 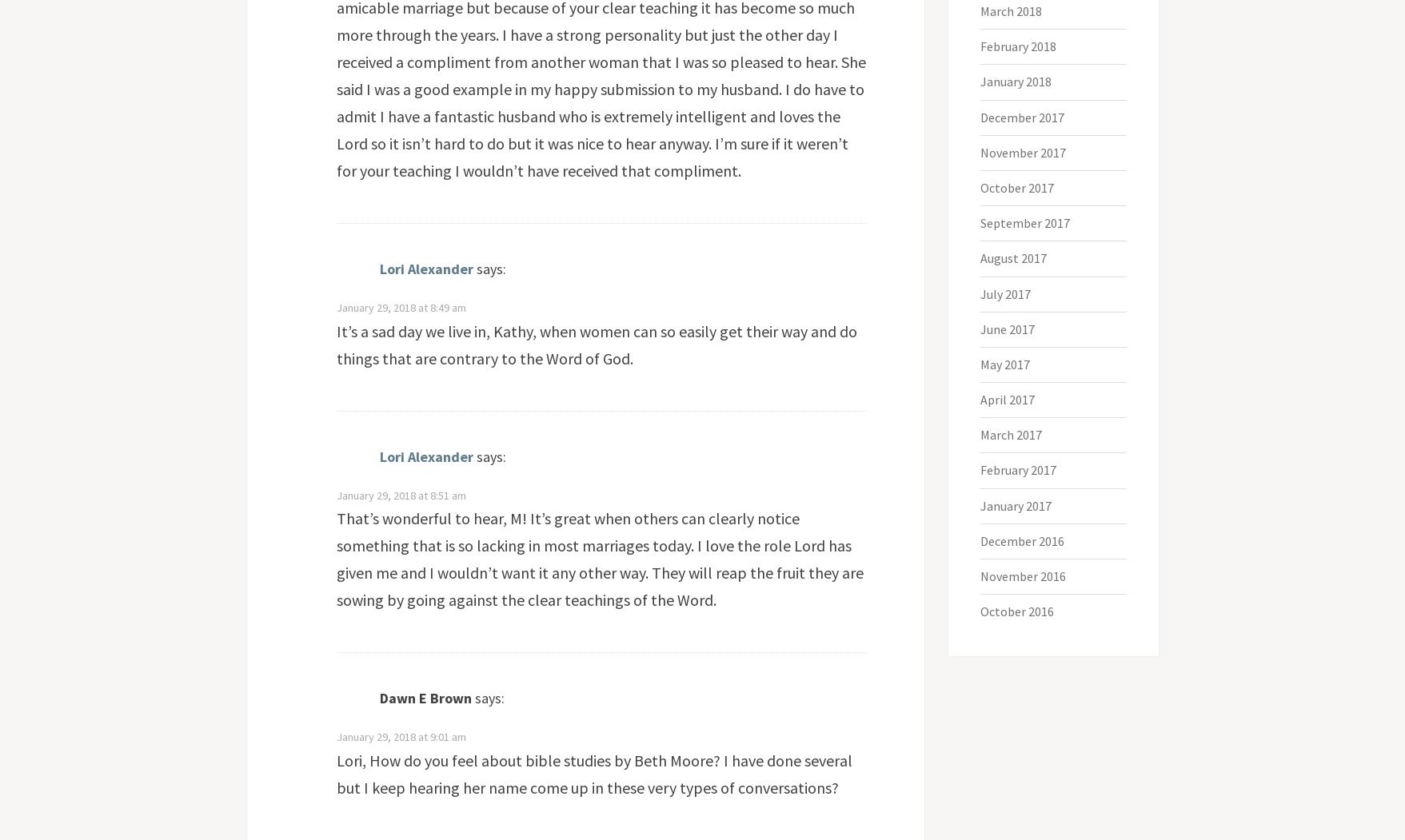 What do you see at coordinates (1025, 223) in the screenshot?
I see `'September 2017'` at bounding box center [1025, 223].